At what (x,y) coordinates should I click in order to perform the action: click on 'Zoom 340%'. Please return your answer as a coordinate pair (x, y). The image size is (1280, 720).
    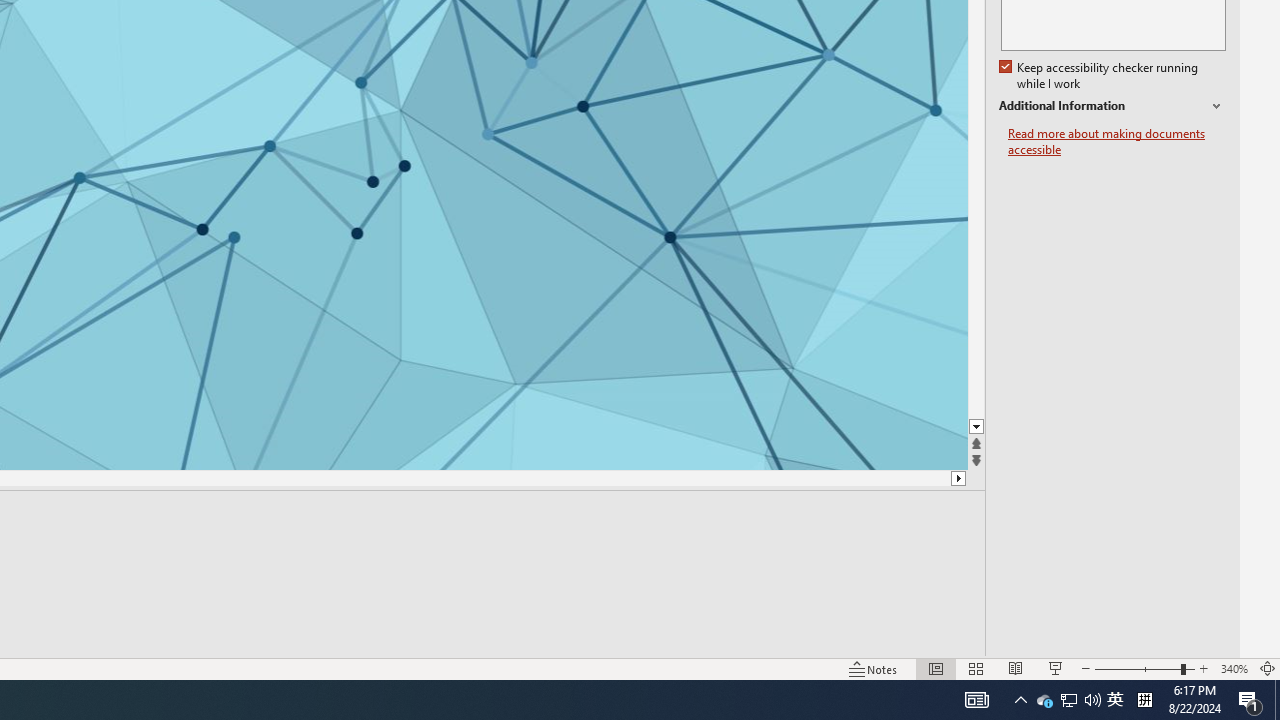
    Looking at the image, I should click on (1233, 669).